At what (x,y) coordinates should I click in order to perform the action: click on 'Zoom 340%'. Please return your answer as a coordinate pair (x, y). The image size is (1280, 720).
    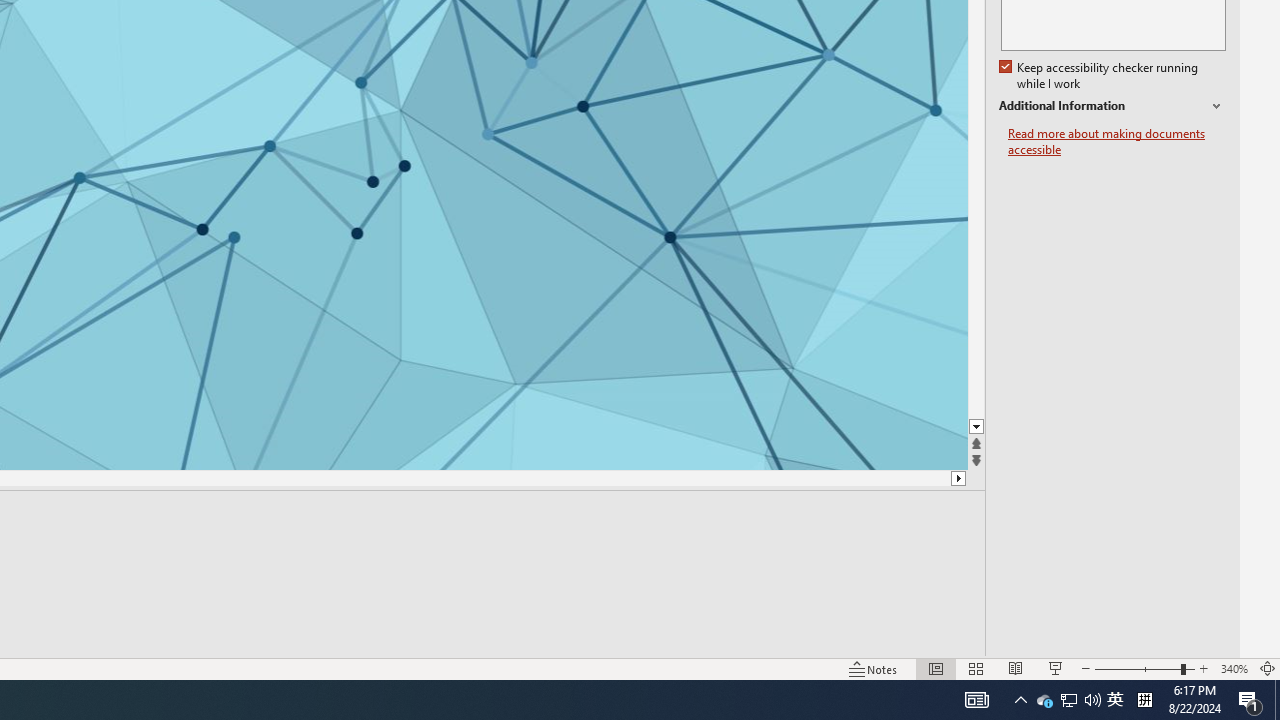
    Looking at the image, I should click on (1233, 669).